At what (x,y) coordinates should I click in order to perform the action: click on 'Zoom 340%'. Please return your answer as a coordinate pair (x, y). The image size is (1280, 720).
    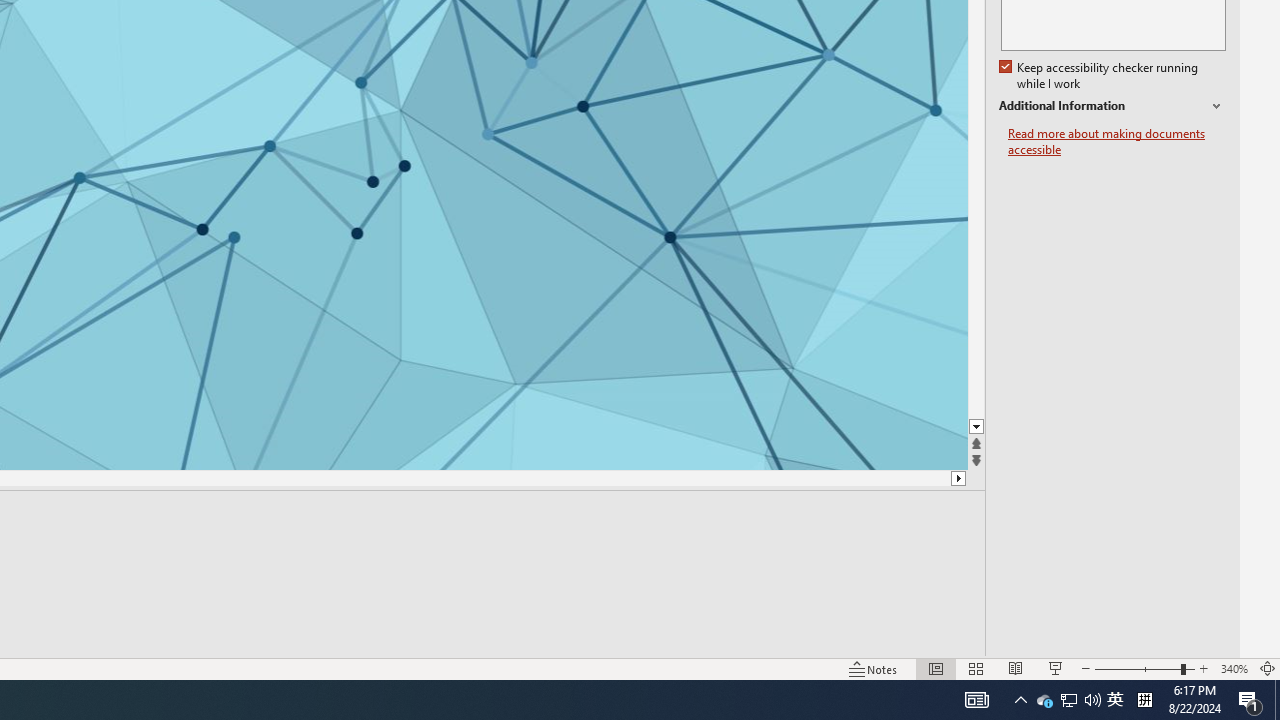
    Looking at the image, I should click on (1233, 669).